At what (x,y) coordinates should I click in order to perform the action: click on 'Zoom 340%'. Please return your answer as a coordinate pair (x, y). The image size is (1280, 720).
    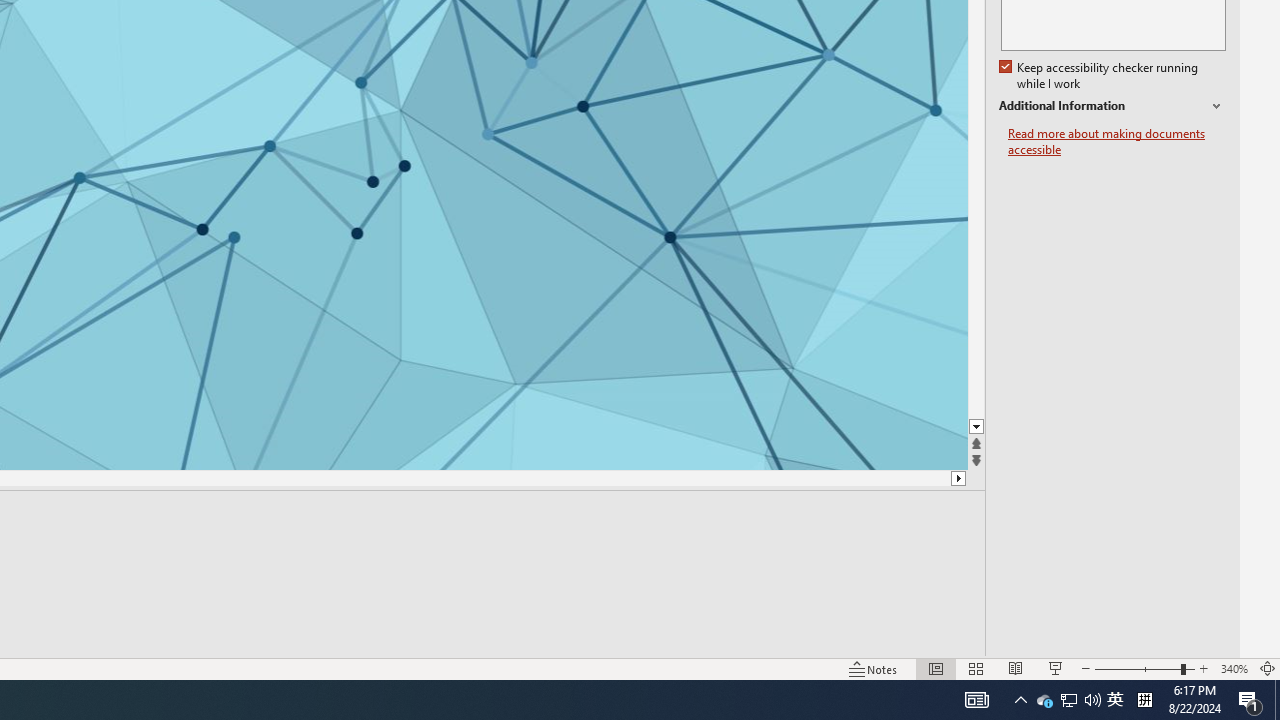
    Looking at the image, I should click on (1233, 669).